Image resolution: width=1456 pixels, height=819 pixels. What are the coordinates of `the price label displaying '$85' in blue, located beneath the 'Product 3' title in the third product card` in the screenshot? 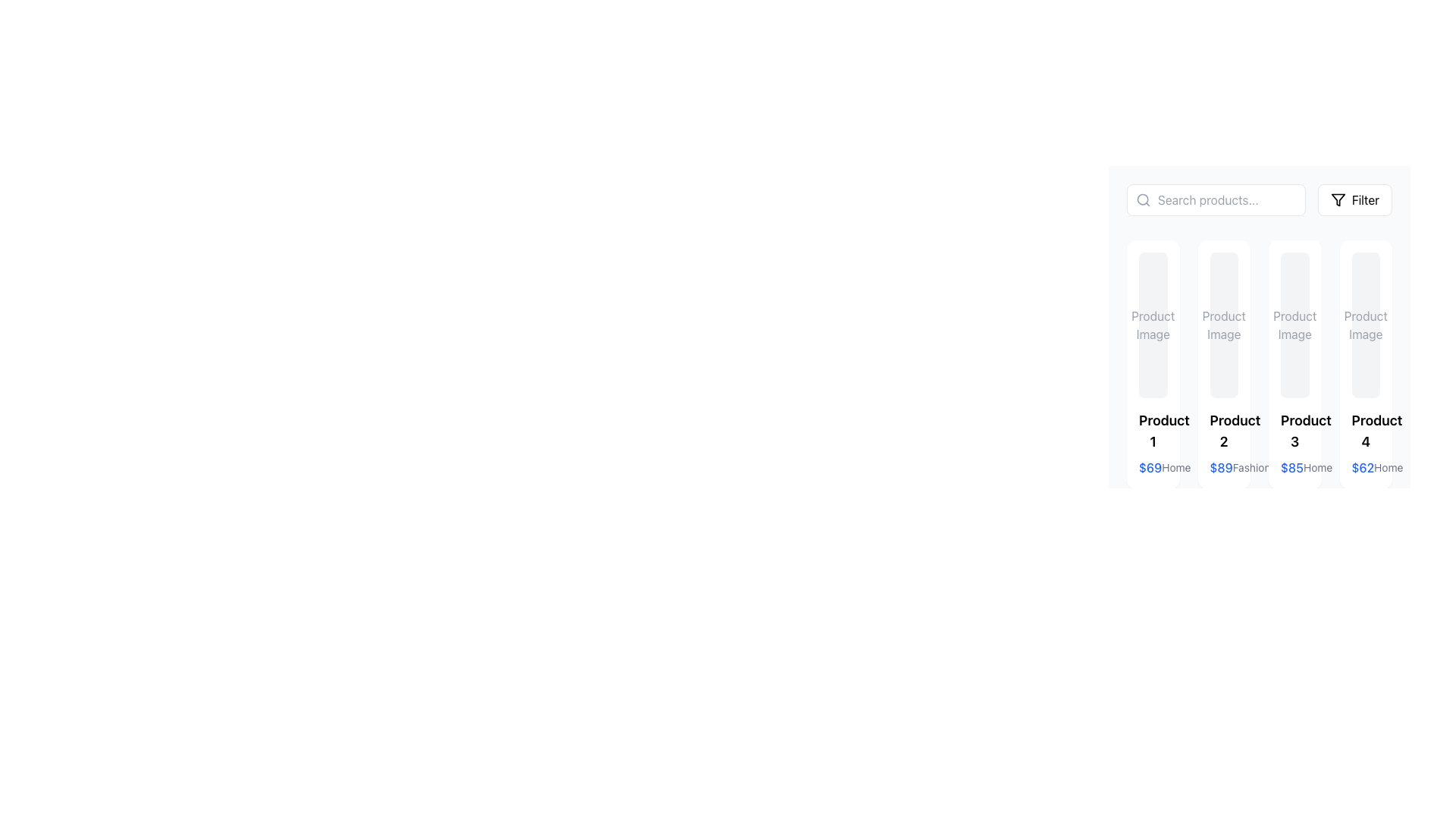 It's located at (1291, 467).